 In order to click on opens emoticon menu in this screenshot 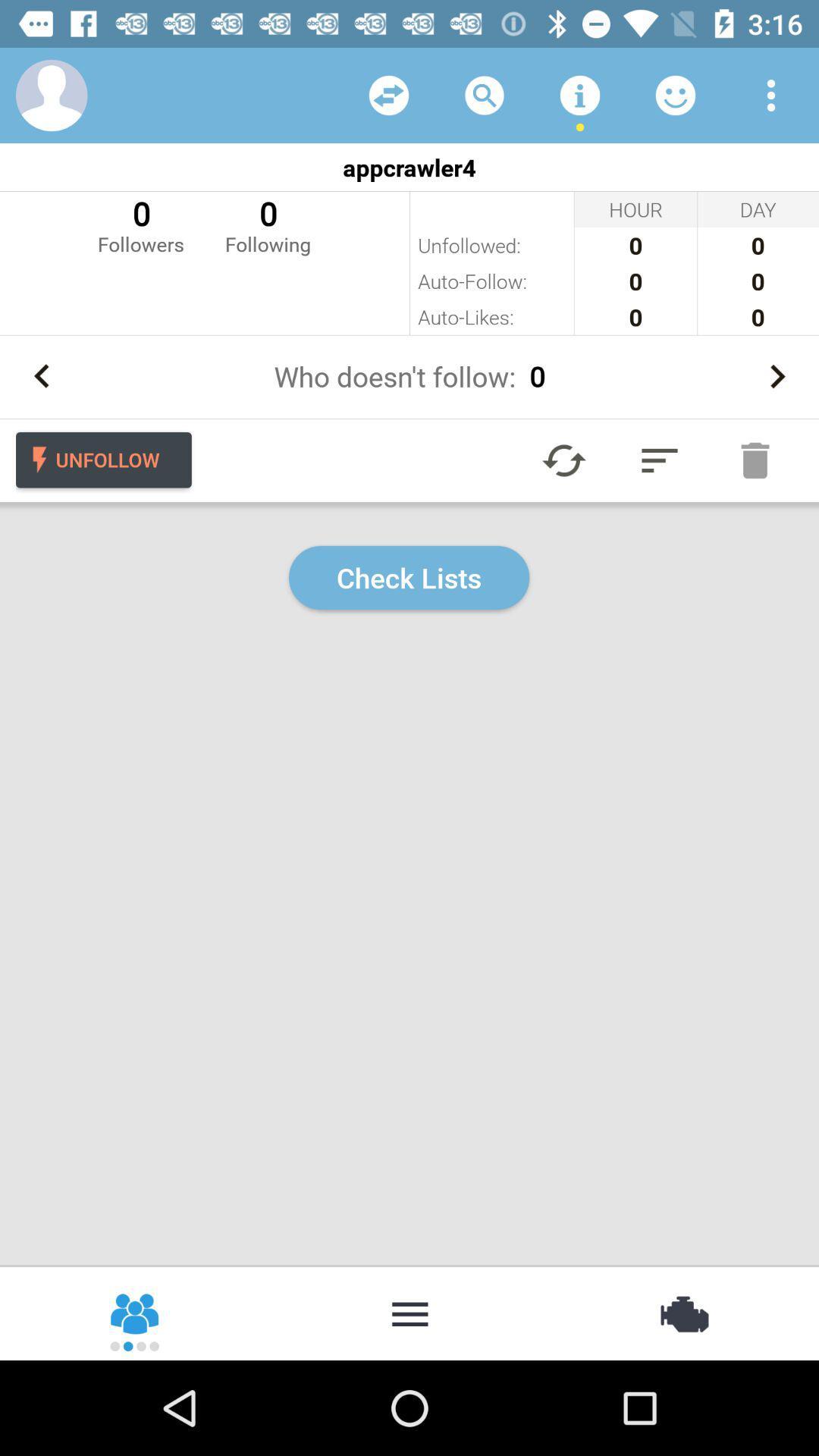, I will do `click(675, 94)`.